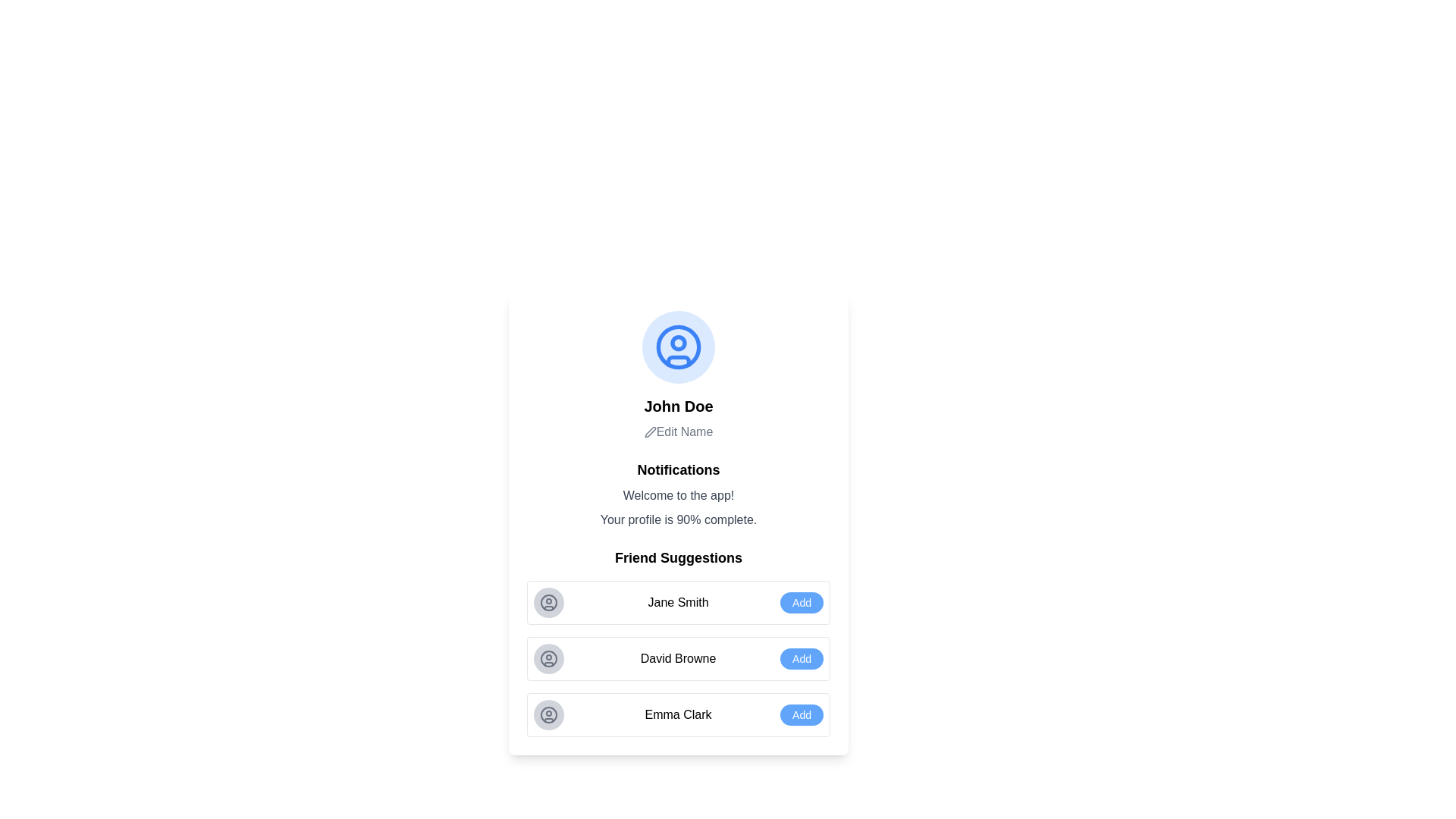 The width and height of the screenshot is (1456, 819). What do you see at coordinates (677, 347) in the screenshot?
I see `the circular icon with a light blue background and user avatar symbol, positioned at the top center above the text 'John Doe'` at bounding box center [677, 347].